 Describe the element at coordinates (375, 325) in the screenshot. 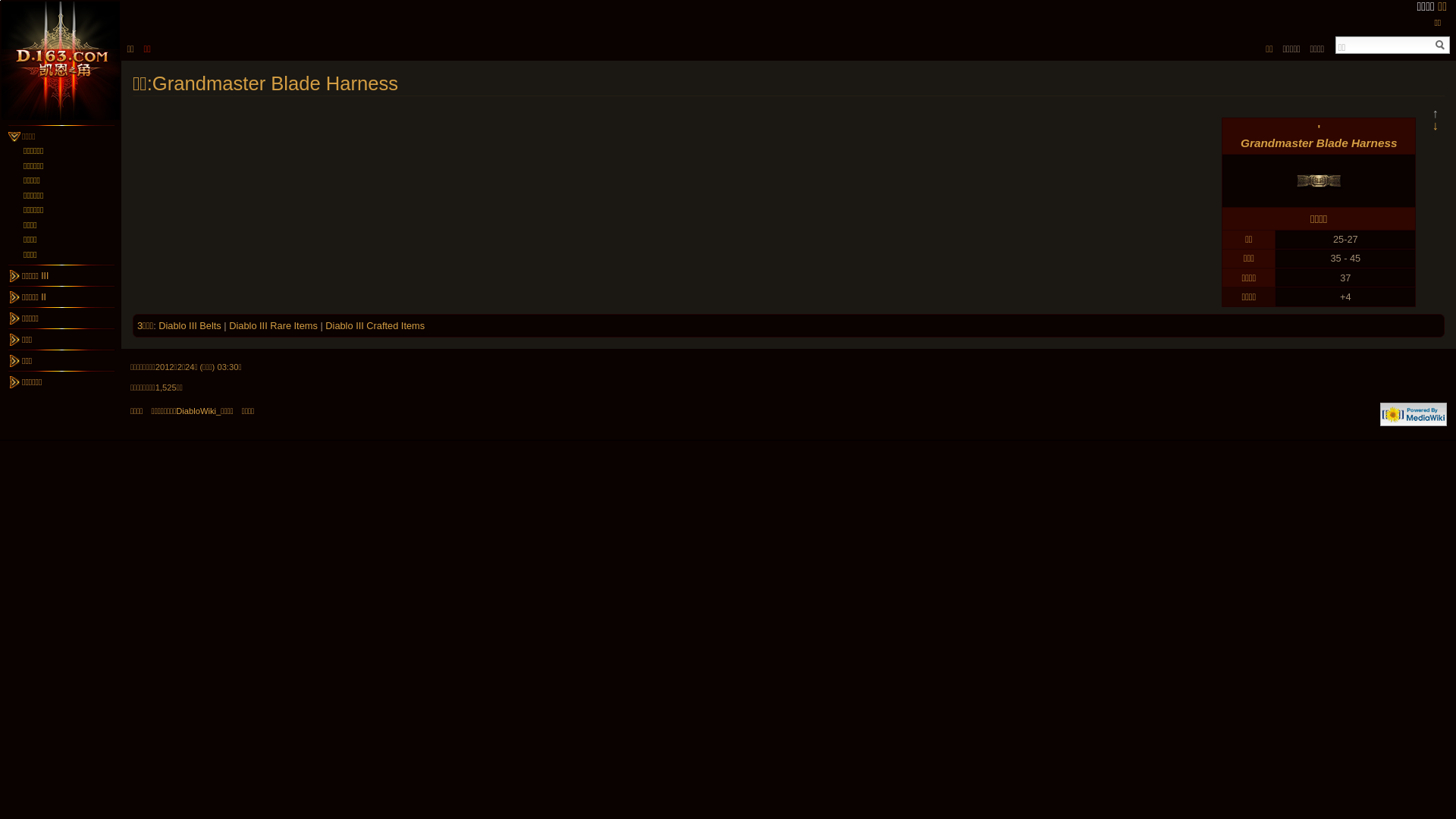

I see `'Diablo III Crafted Items'` at that location.